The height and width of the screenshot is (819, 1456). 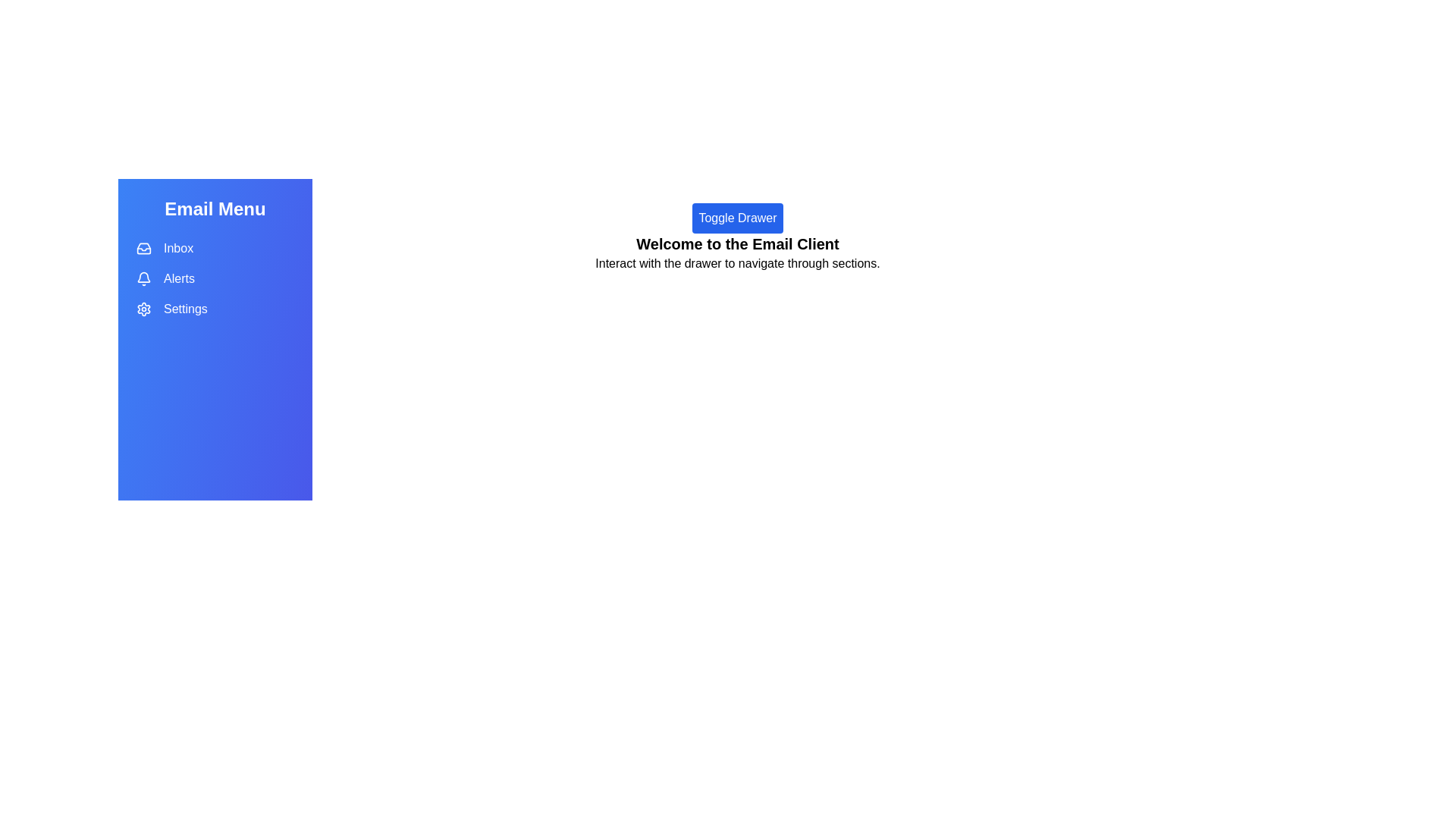 What do you see at coordinates (214, 278) in the screenshot?
I see `the menu item Alerts to navigate to the corresponding section` at bounding box center [214, 278].